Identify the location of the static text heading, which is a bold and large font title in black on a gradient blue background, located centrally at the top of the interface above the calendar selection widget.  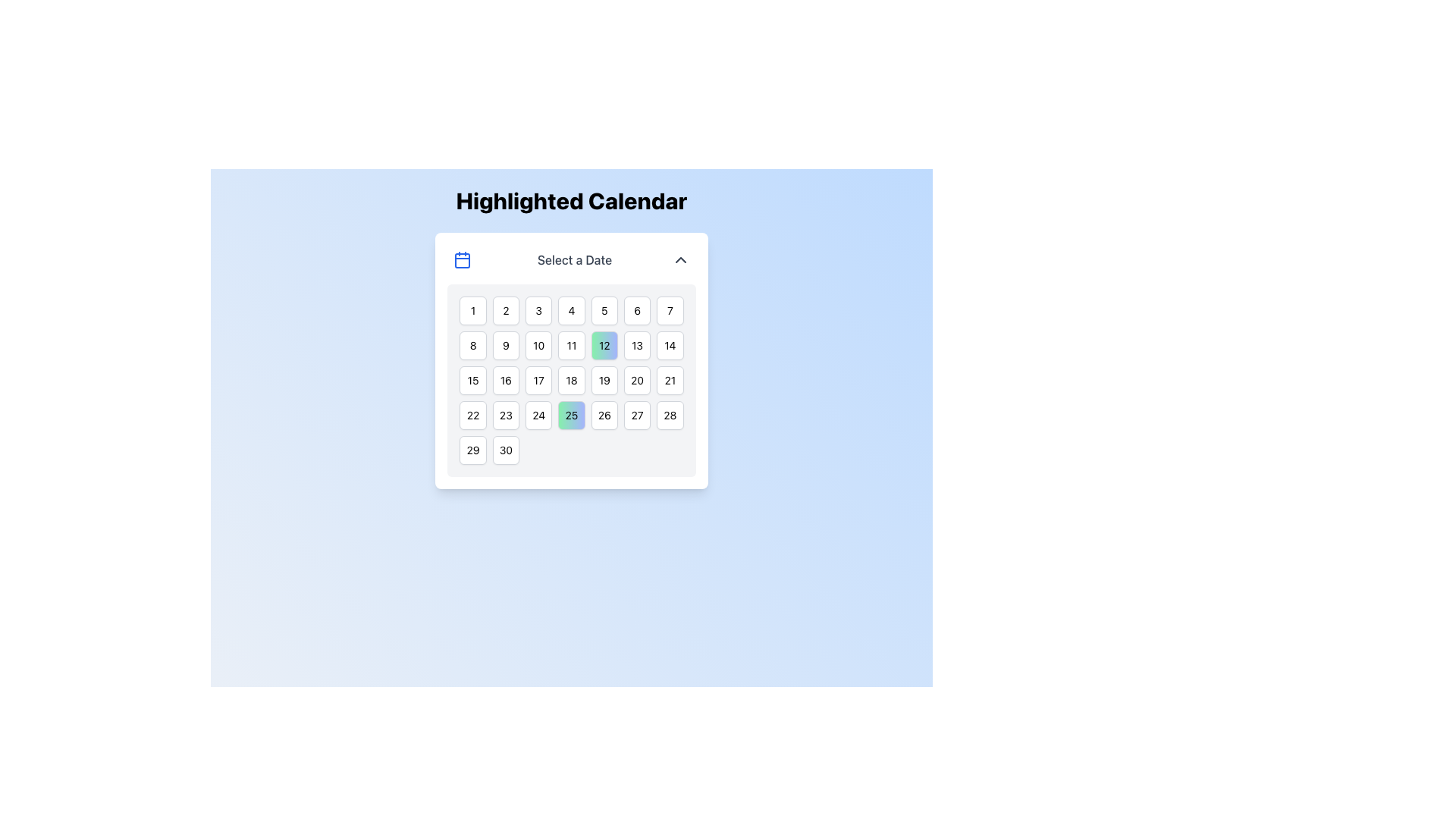
(570, 200).